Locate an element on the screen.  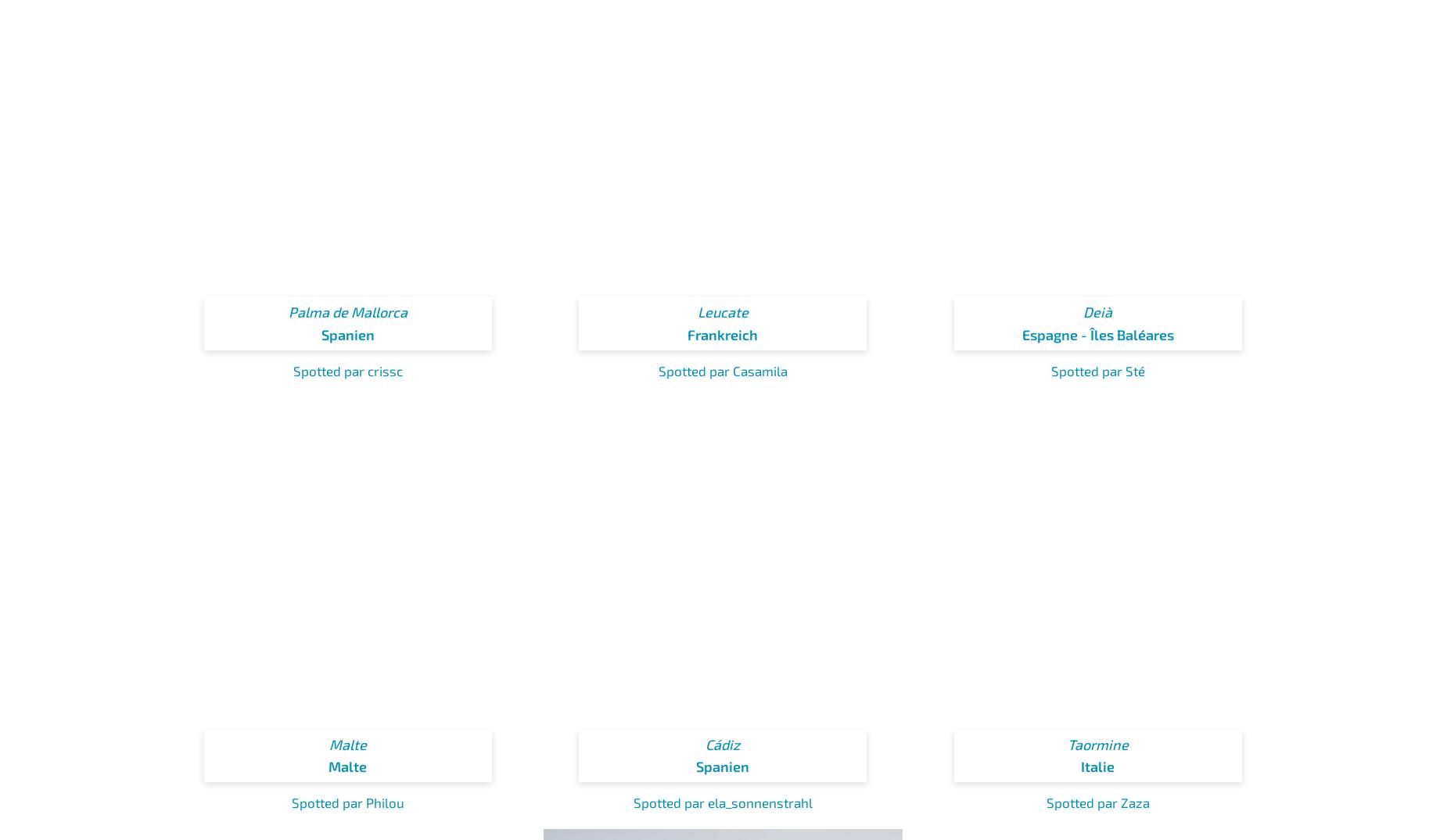
'Spotted par ela_sonnenstrahl' is located at coordinates (722, 802).